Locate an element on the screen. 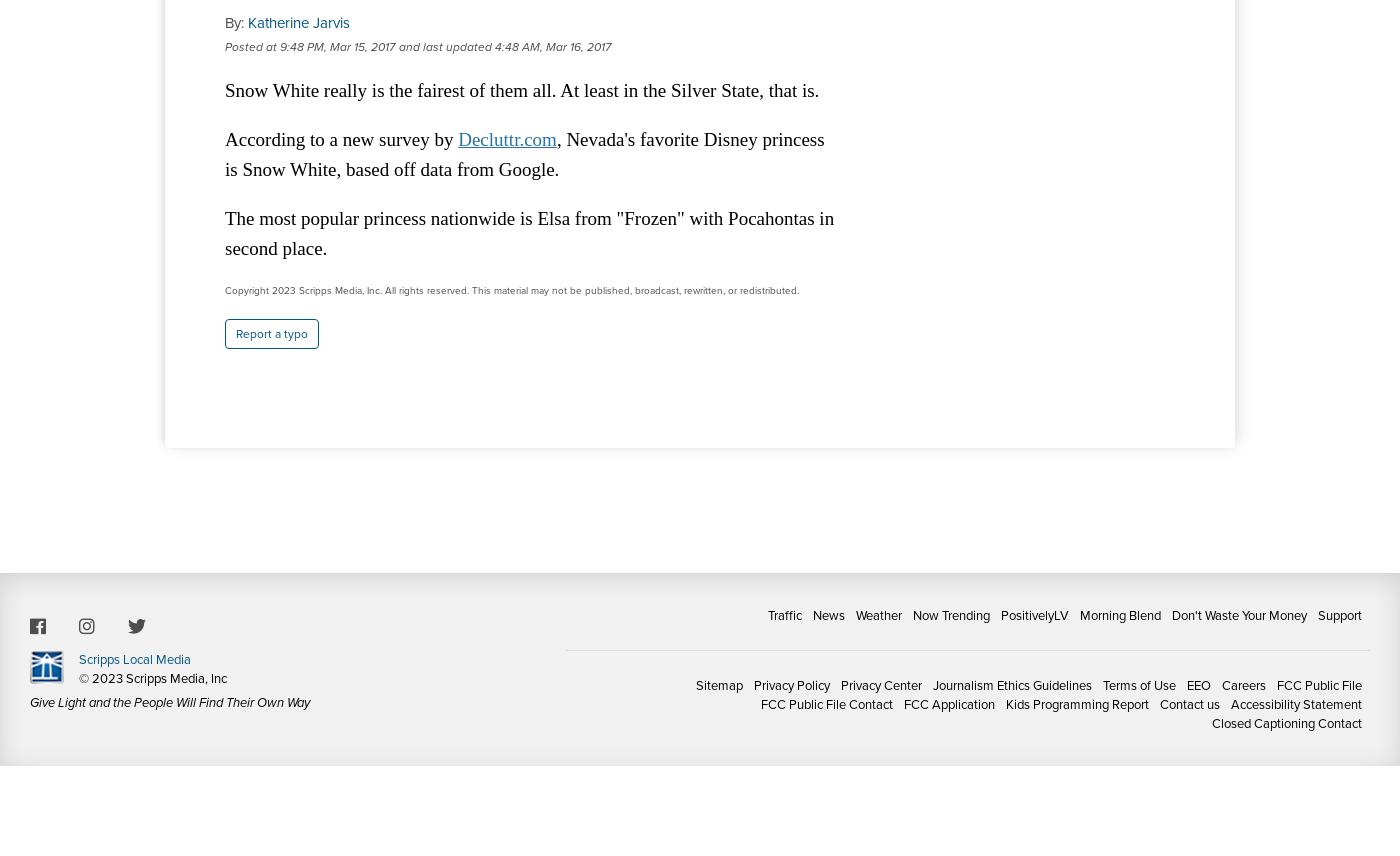 This screenshot has width=1400, height=856. 'Terms of Use' is located at coordinates (1139, 684).